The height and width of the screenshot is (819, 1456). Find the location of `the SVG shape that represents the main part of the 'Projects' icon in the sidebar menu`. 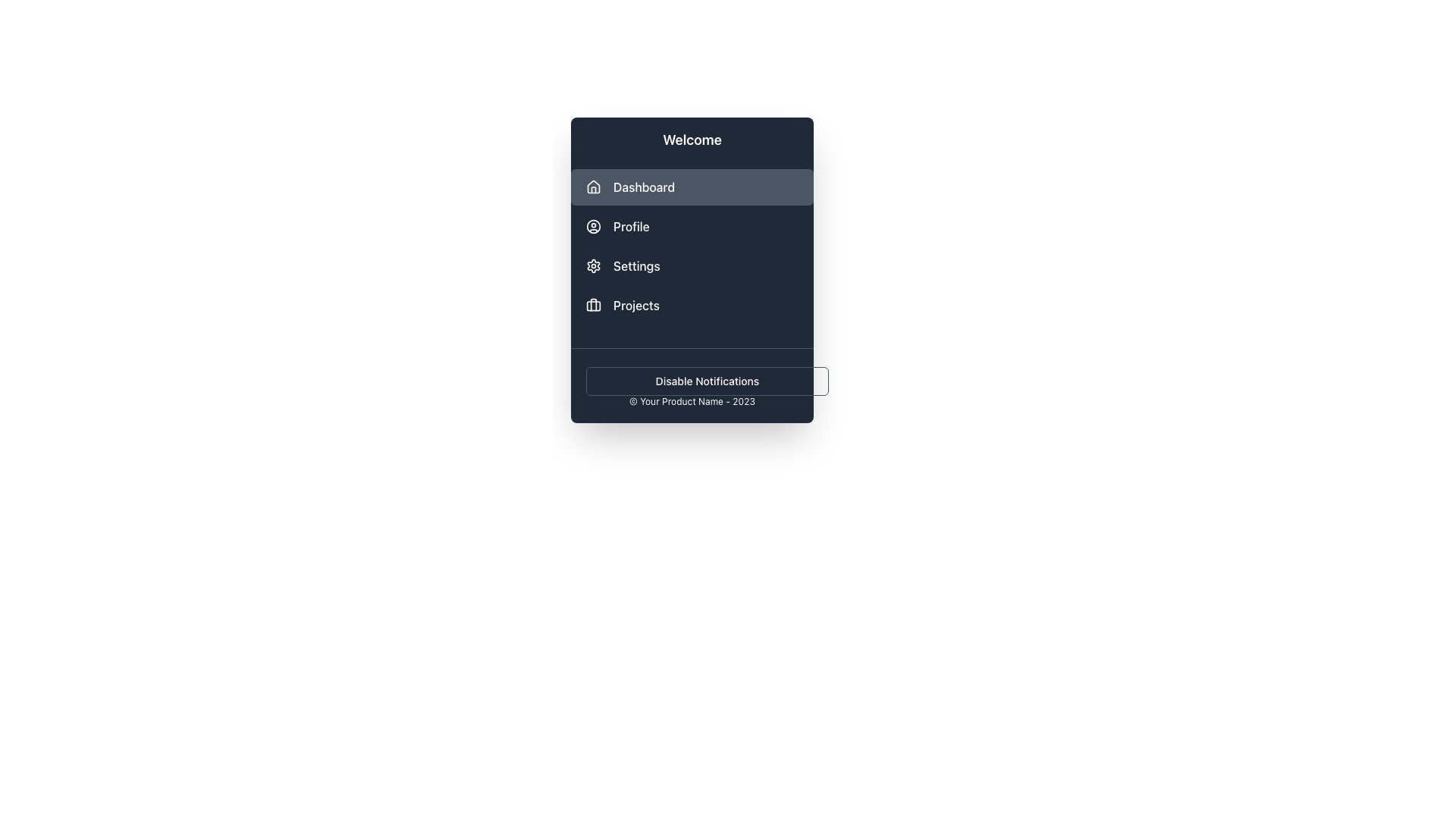

the SVG shape that represents the main part of the 'Projects' icon in the sidebar menu is located at coordinates (592, 305).